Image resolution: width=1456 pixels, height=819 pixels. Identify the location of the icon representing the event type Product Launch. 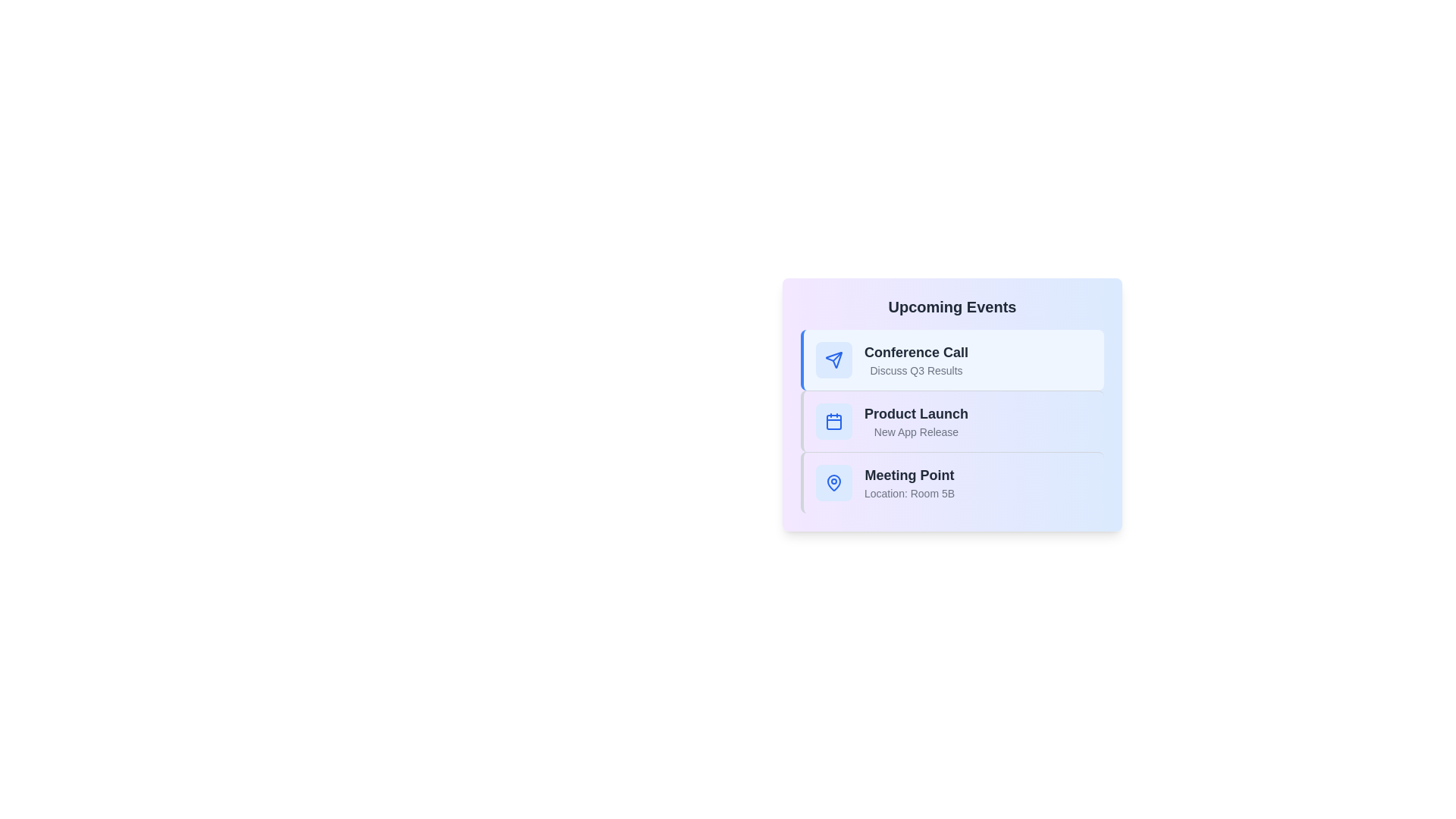
(833, 421).